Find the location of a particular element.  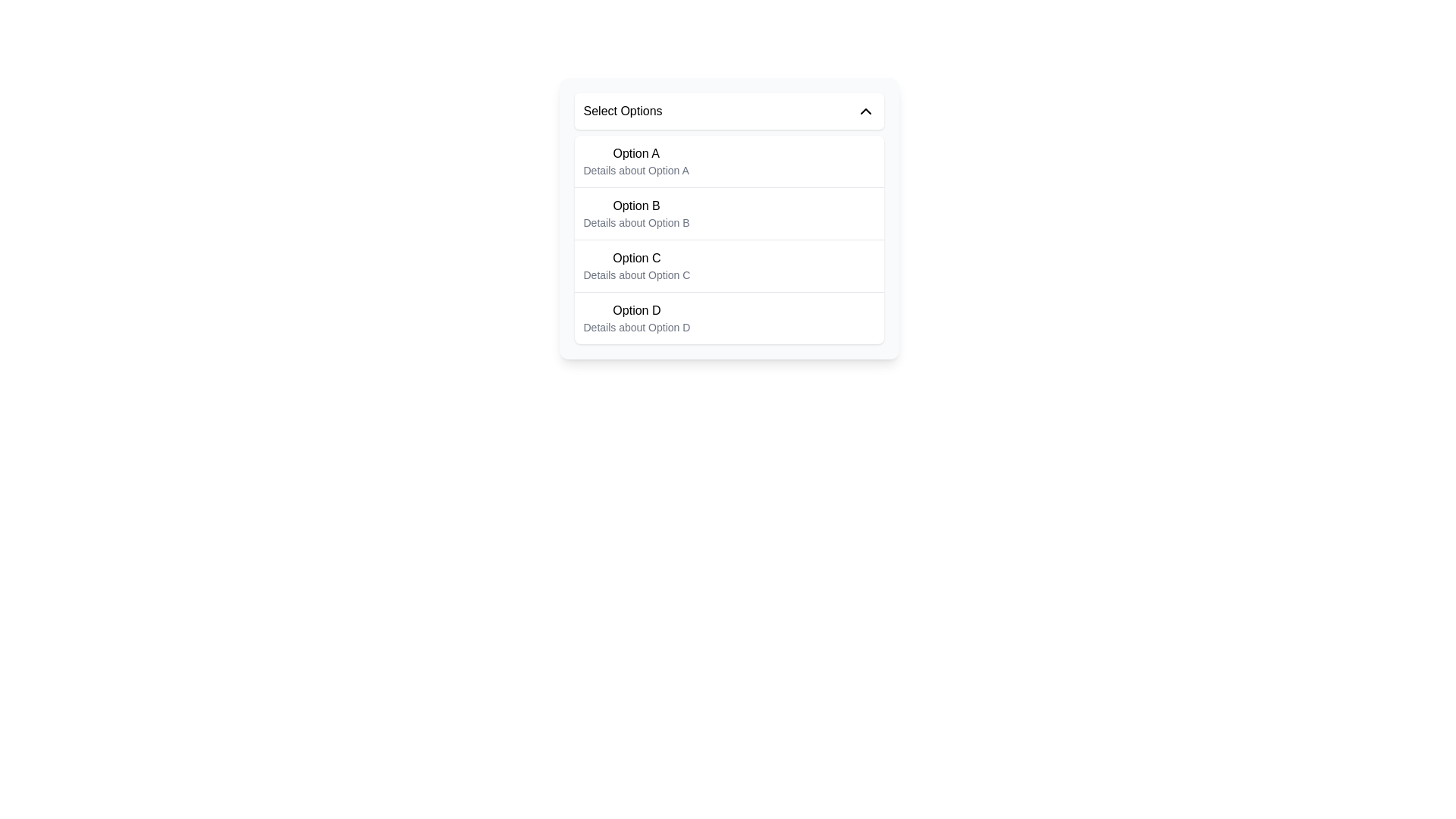

the fourth option in the dropdown menu labeled 'Select Options' is located at coordinates (637, 318).